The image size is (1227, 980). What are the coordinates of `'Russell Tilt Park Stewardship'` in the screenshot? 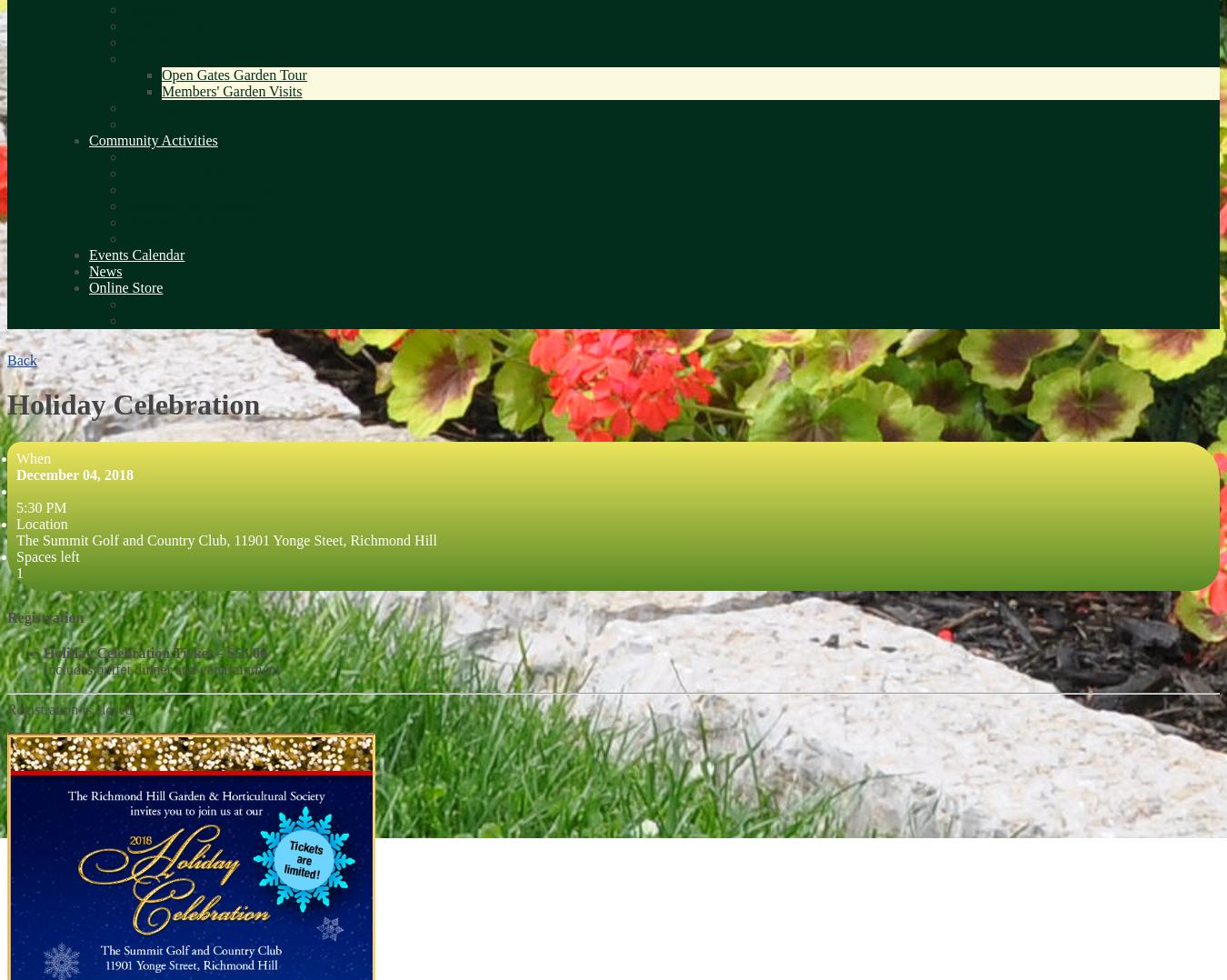 It's located at (210, 221).